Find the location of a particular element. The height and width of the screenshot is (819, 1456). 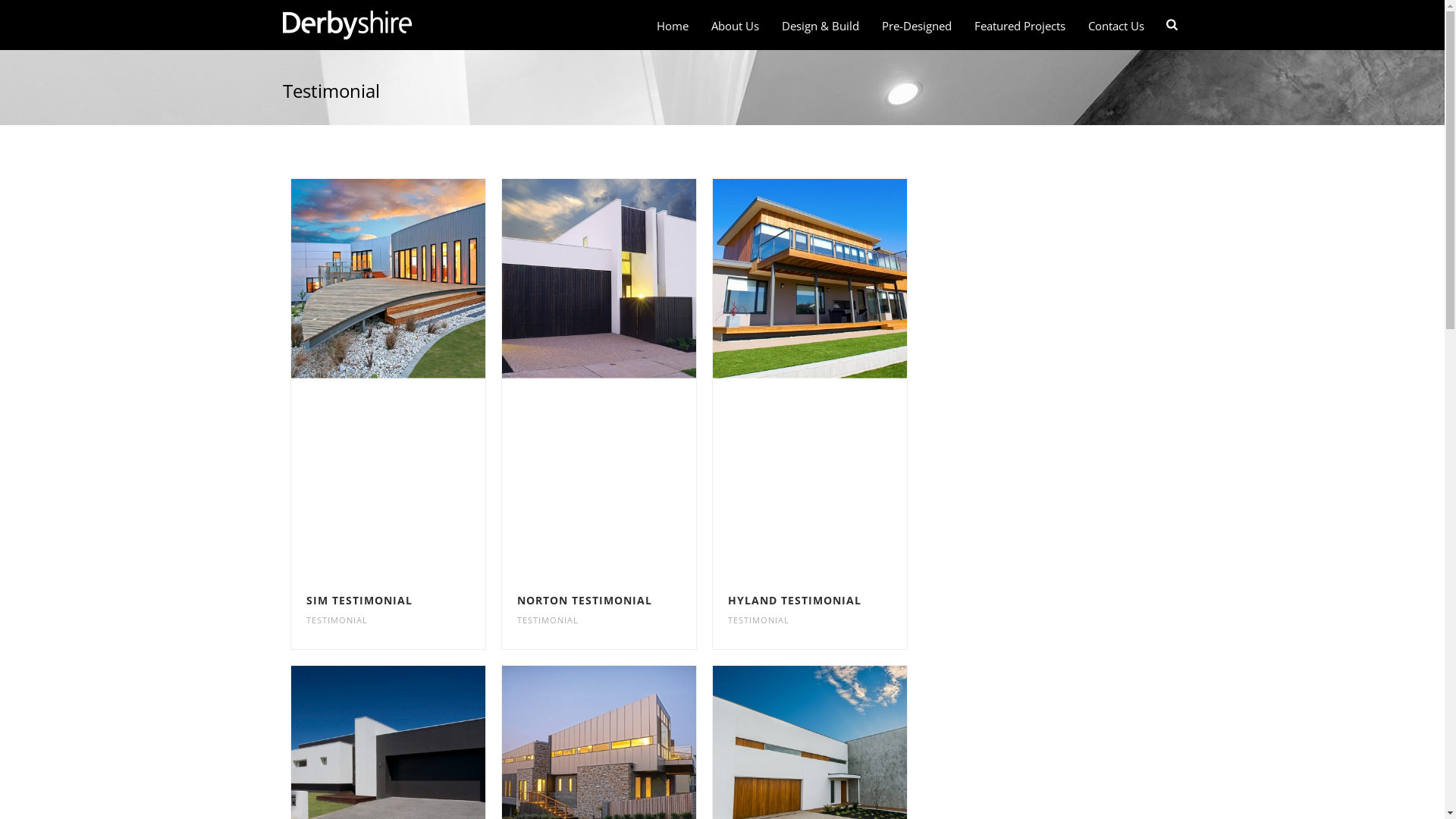

'Design & Build' is located at coordinates (819, 26).